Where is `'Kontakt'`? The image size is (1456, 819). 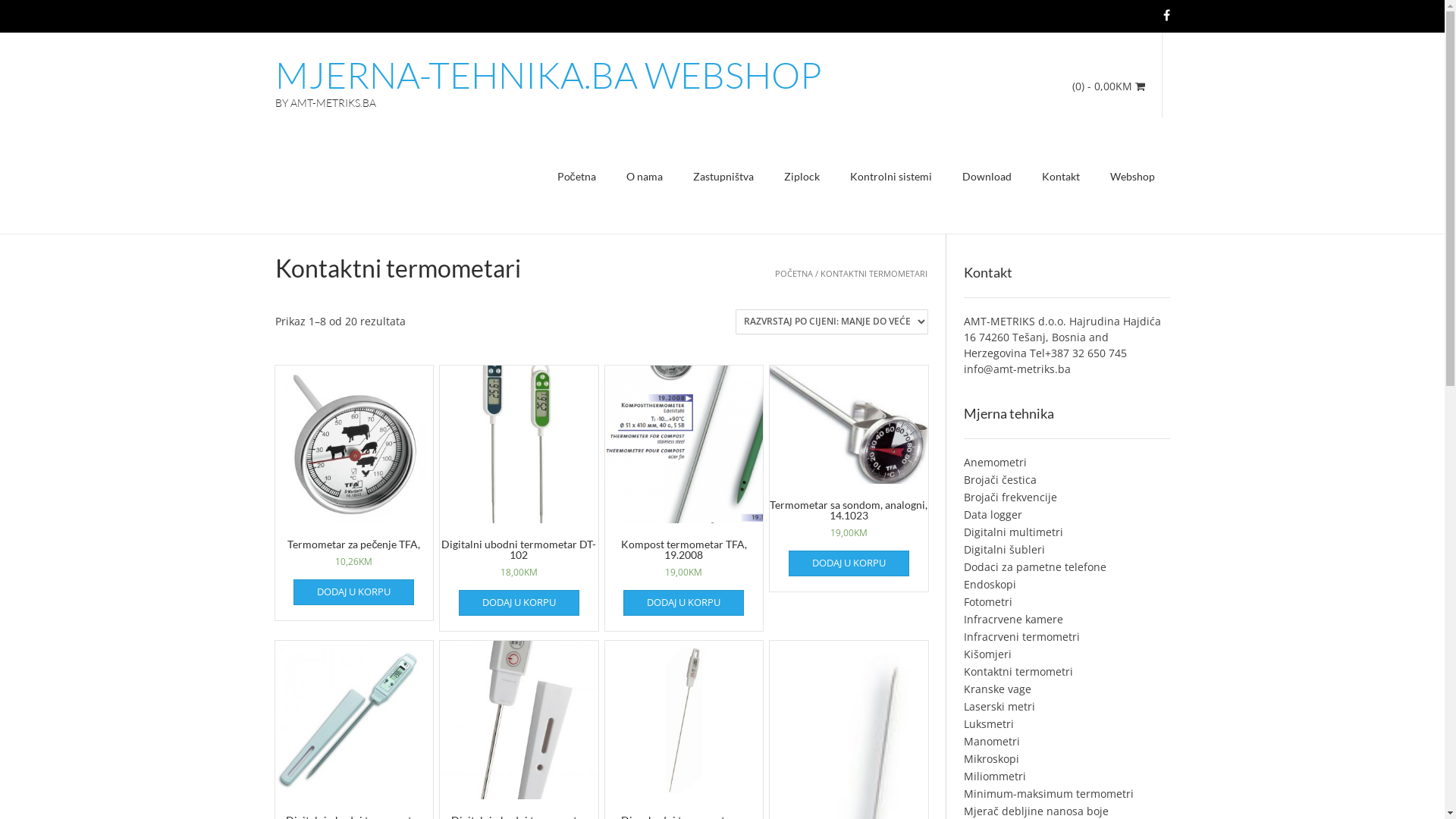
'Kontakt' is located at coordinates (1059, 177).